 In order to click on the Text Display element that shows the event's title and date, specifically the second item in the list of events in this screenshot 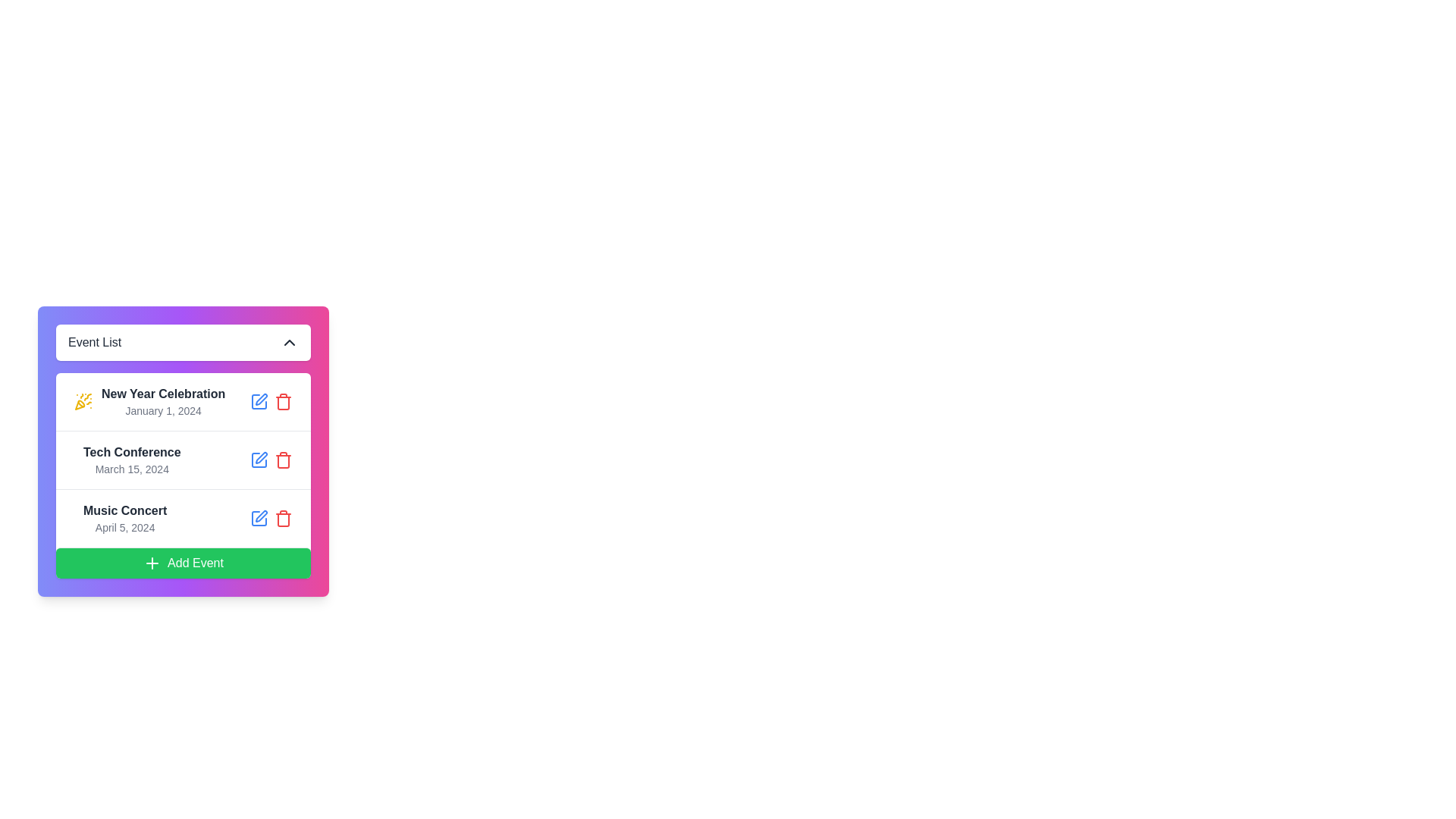, I will do `click(127, 459)`.